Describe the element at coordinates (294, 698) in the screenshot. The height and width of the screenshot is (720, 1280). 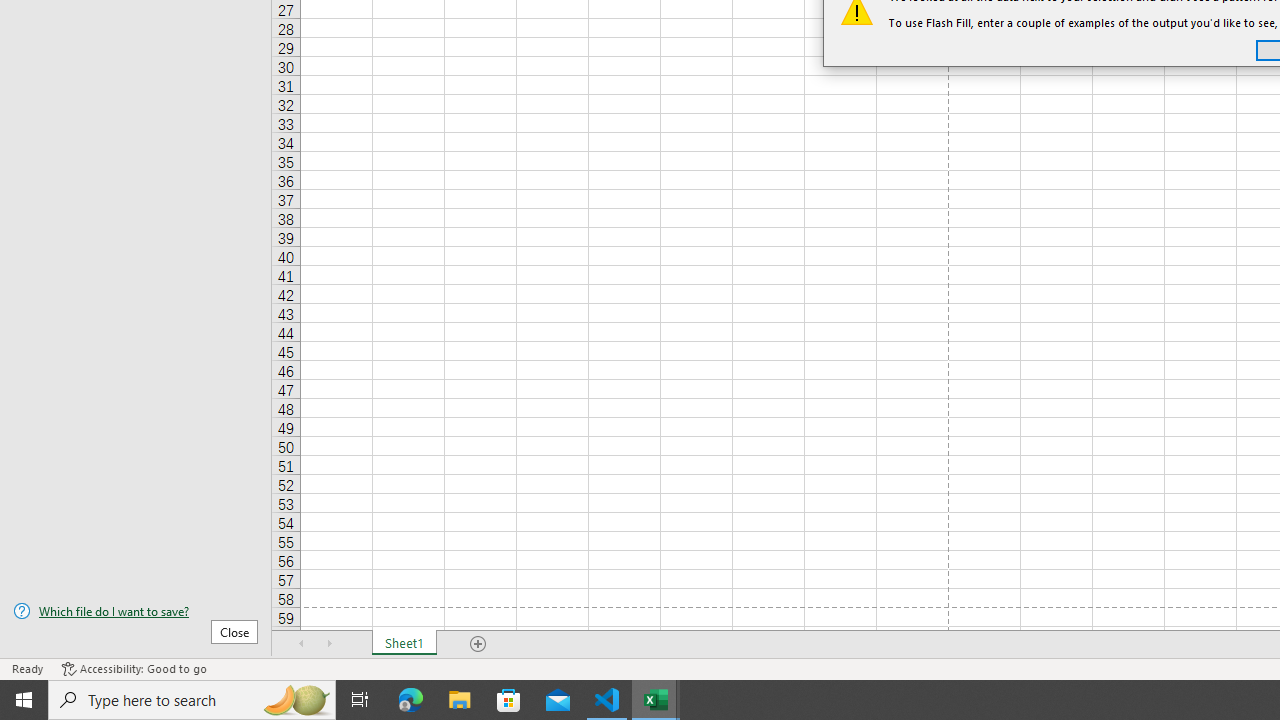
I see `'Search highlights icon opens search home window'` at that location.